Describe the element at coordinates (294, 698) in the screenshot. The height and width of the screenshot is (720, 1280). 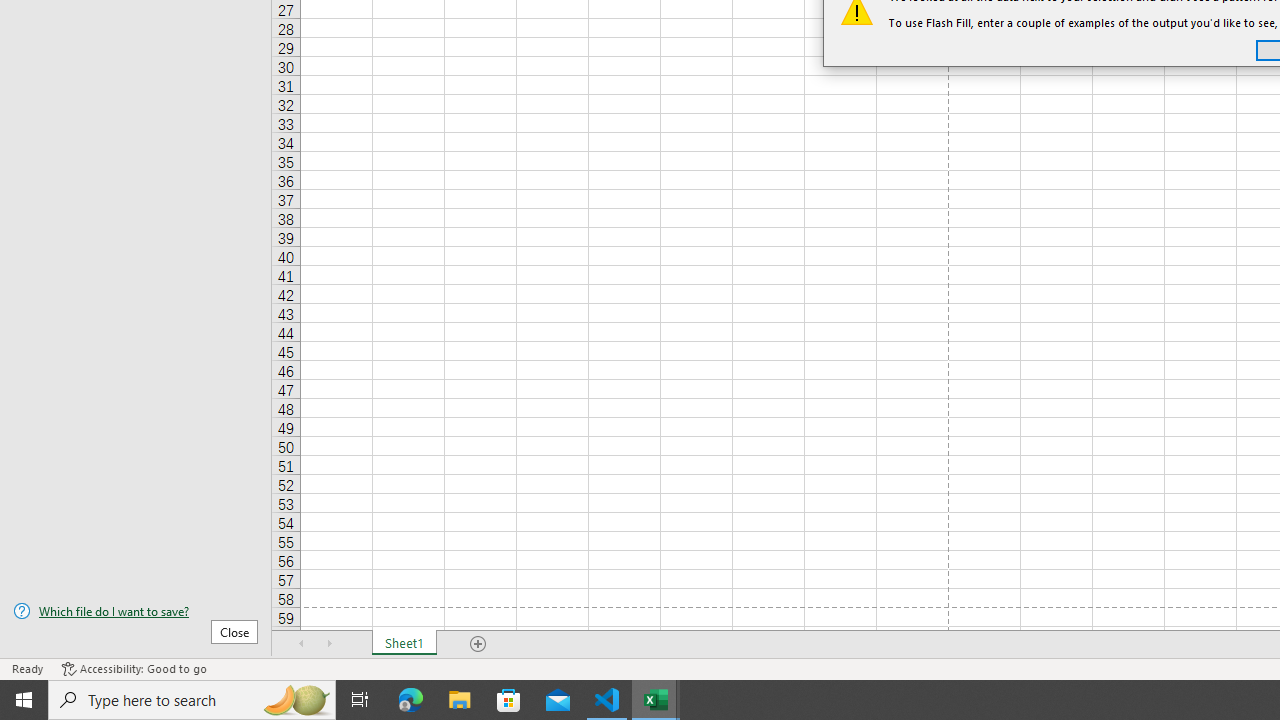
I see `'Search highlights icon opens search home window'` at that location.